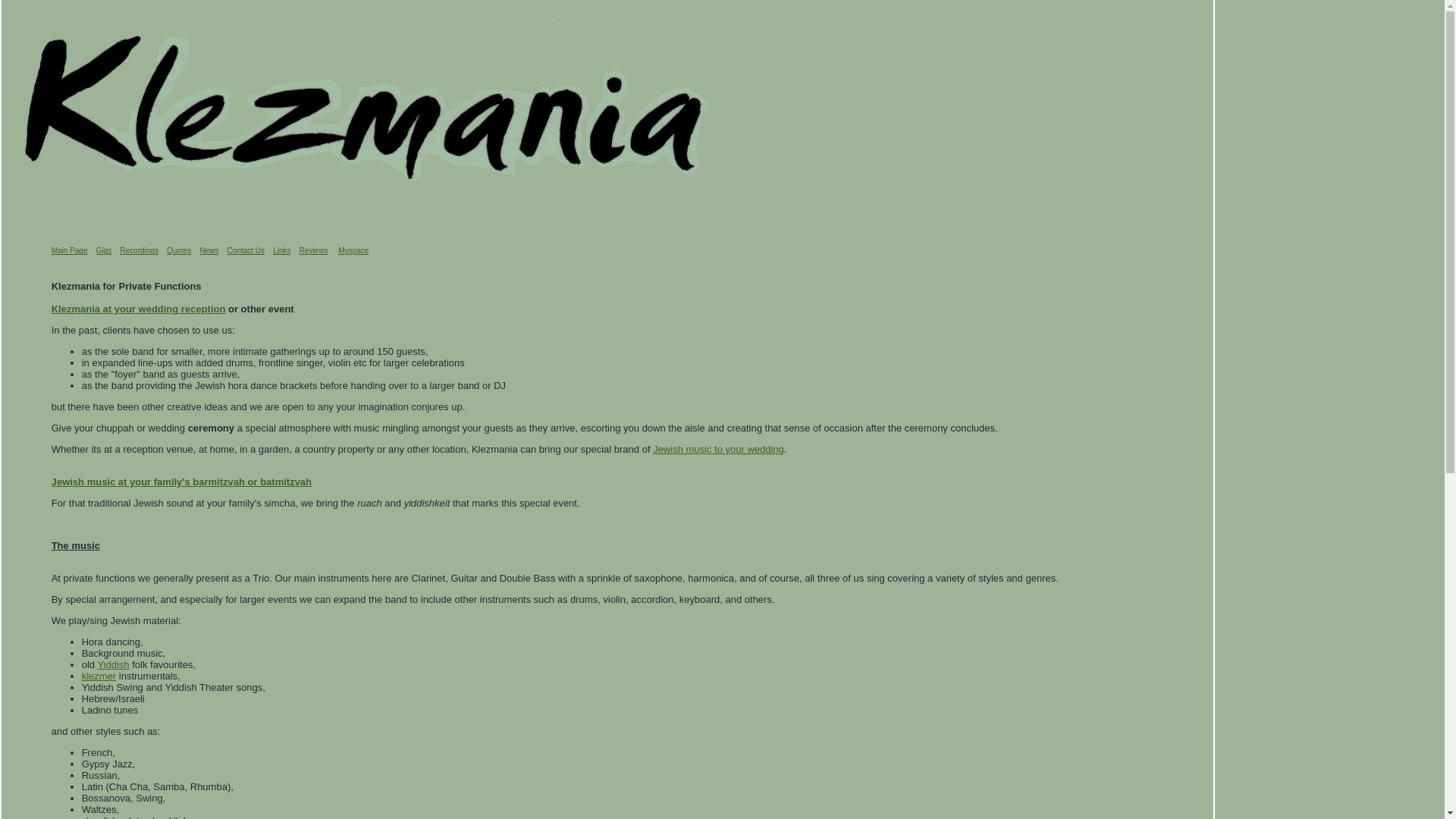 This screenshot has width=1456, height=819. I want to click on 'Gigs', so click(95, 249).